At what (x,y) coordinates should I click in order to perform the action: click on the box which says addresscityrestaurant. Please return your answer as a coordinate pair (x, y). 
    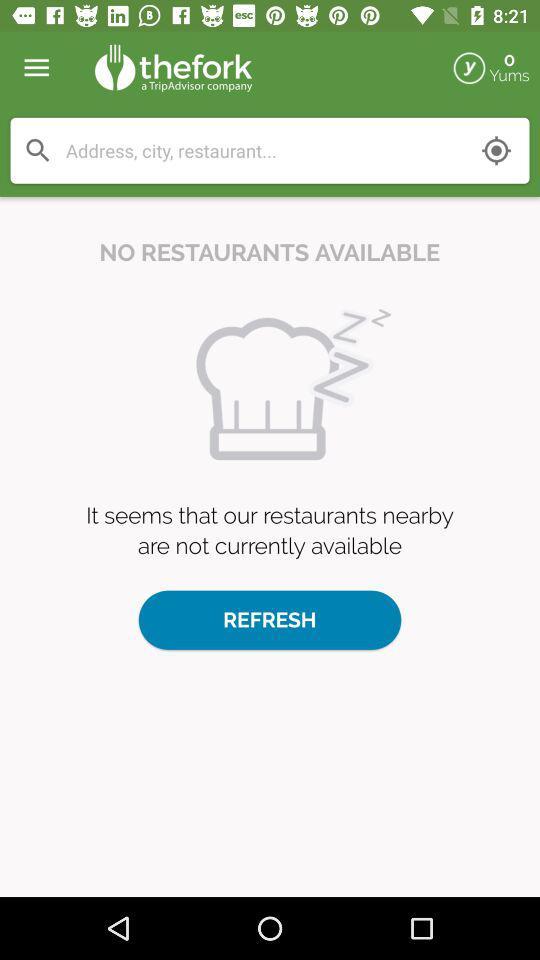
    Looking at the image, I should click on (270, 150).